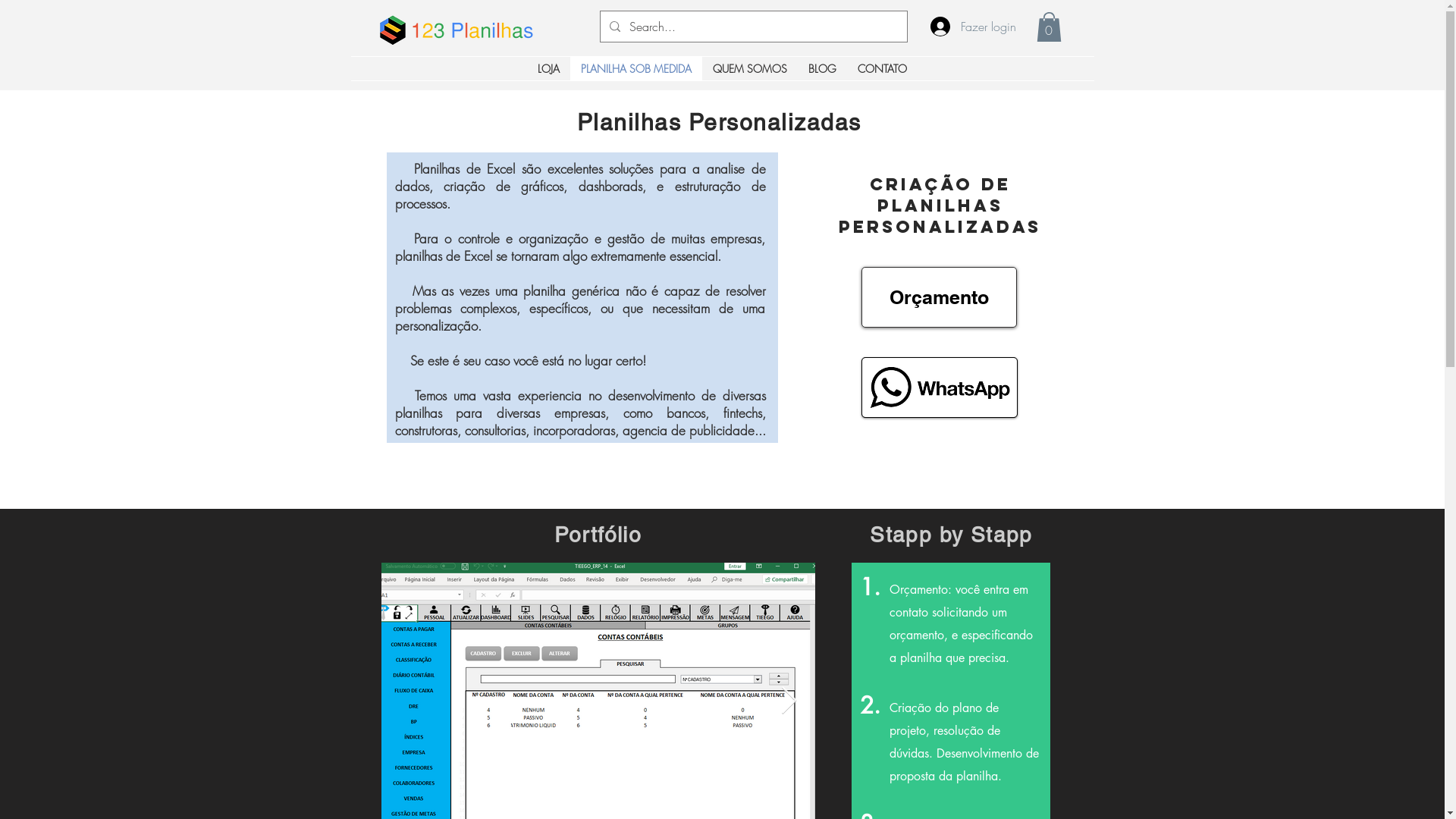  I want to click on 'QUEM SOMOS', so click(749, 68).